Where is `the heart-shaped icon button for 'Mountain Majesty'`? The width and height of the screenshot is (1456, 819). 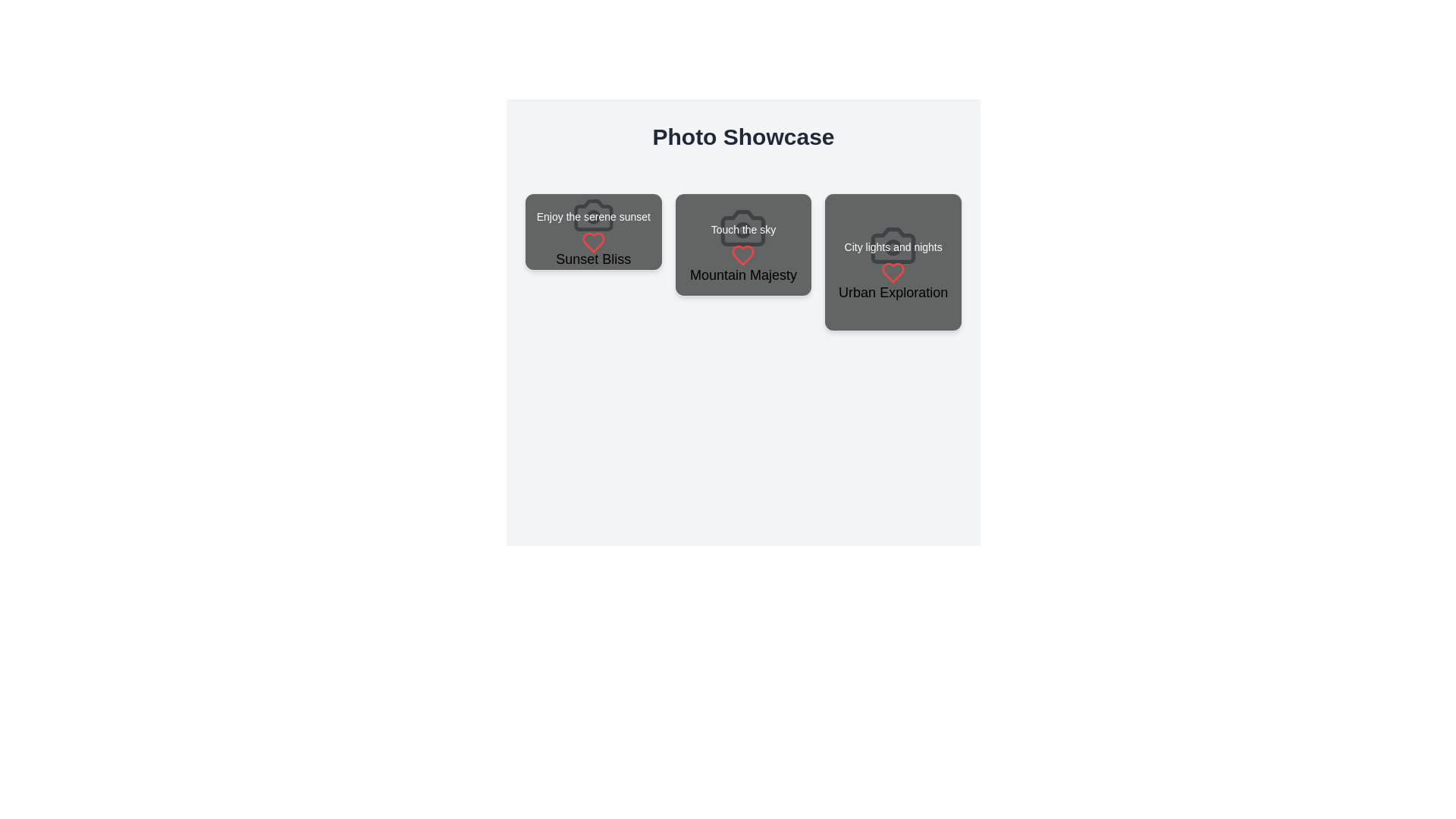
the heart-shaped icon button for 'Mountain Majesty' is located at coordinates (743, 255).